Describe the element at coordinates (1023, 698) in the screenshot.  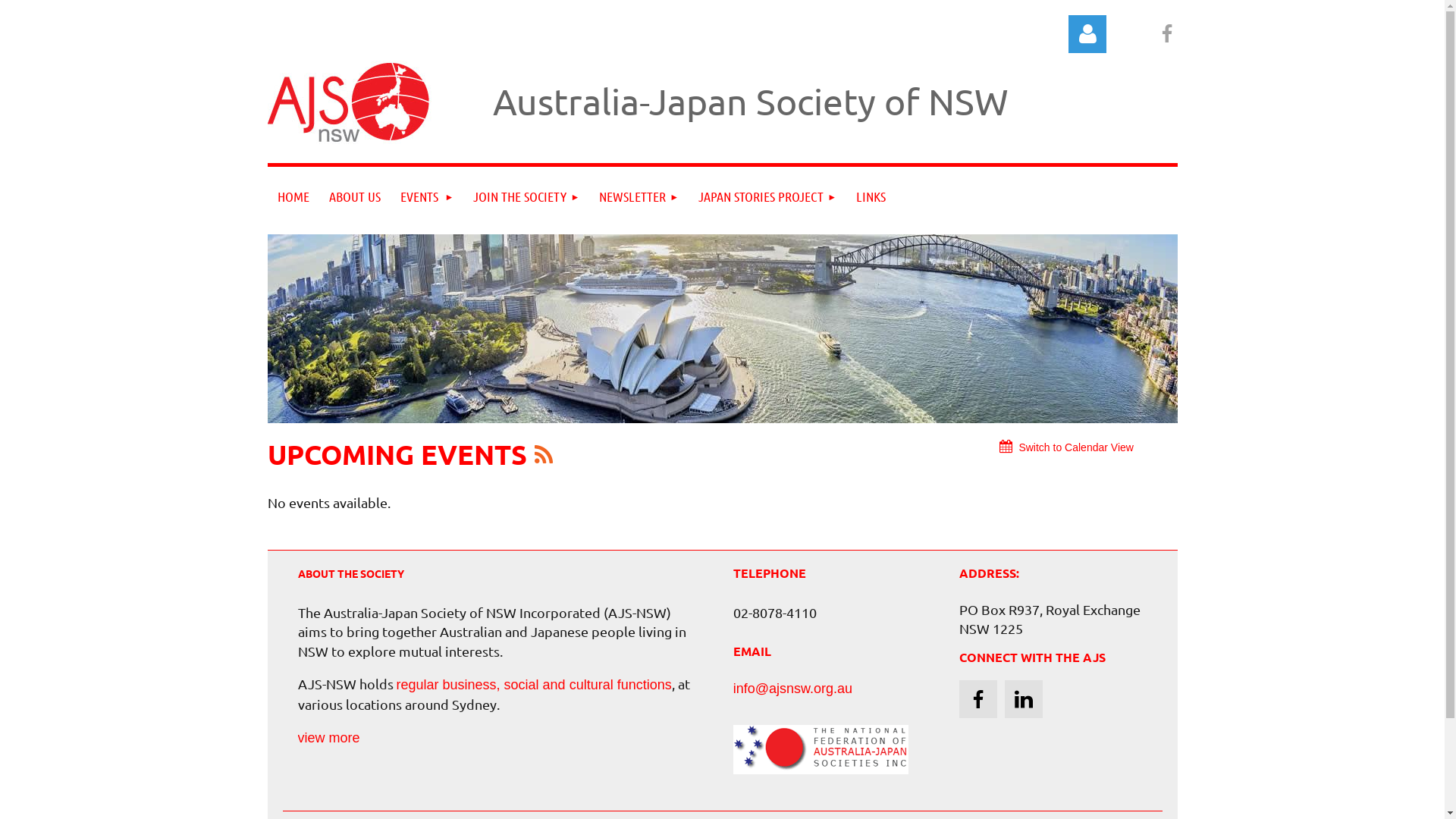
I see `'LinkedIn'` at that location.